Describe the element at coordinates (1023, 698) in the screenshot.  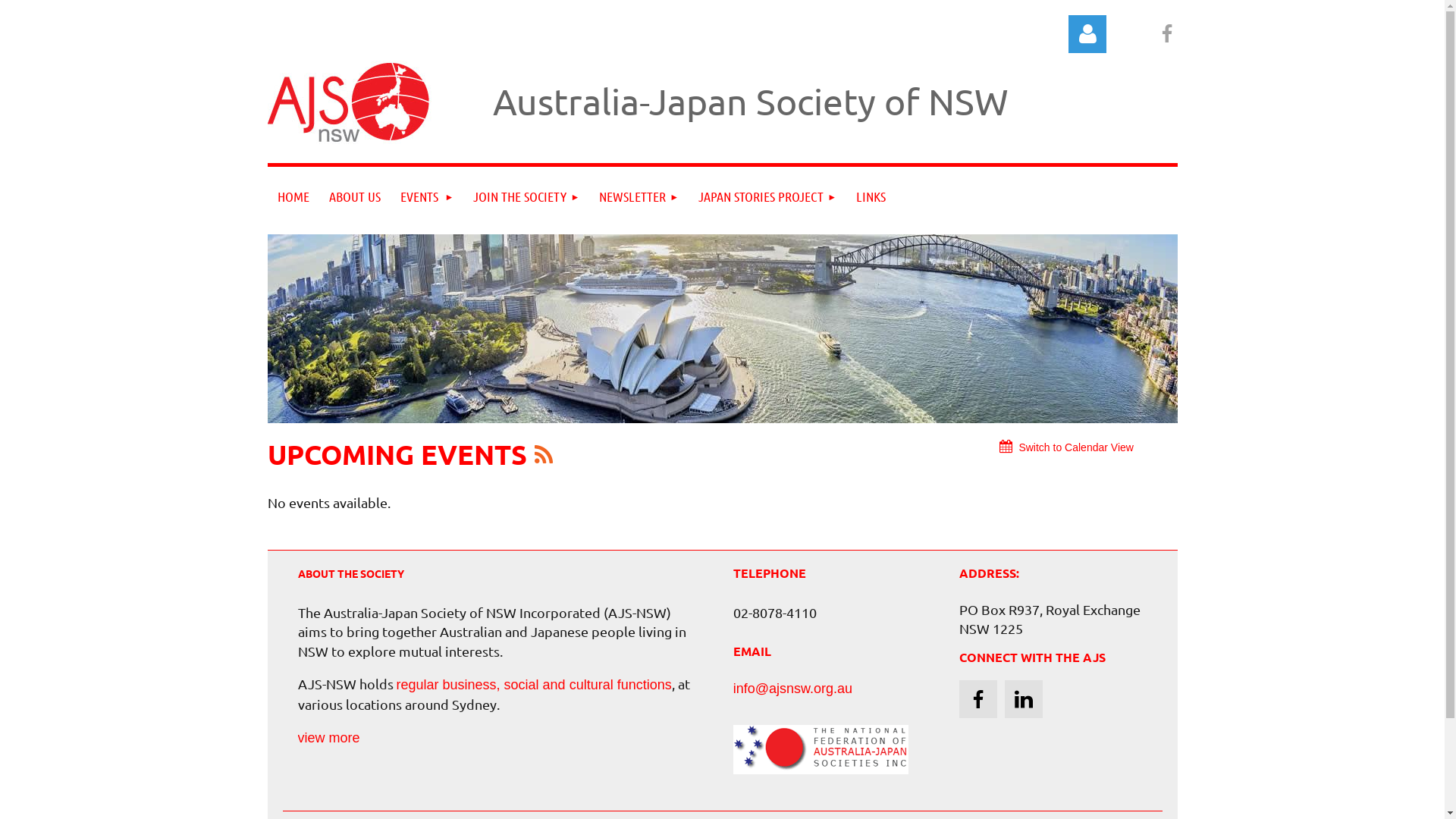
I see `'LinkedIn'` at that location.